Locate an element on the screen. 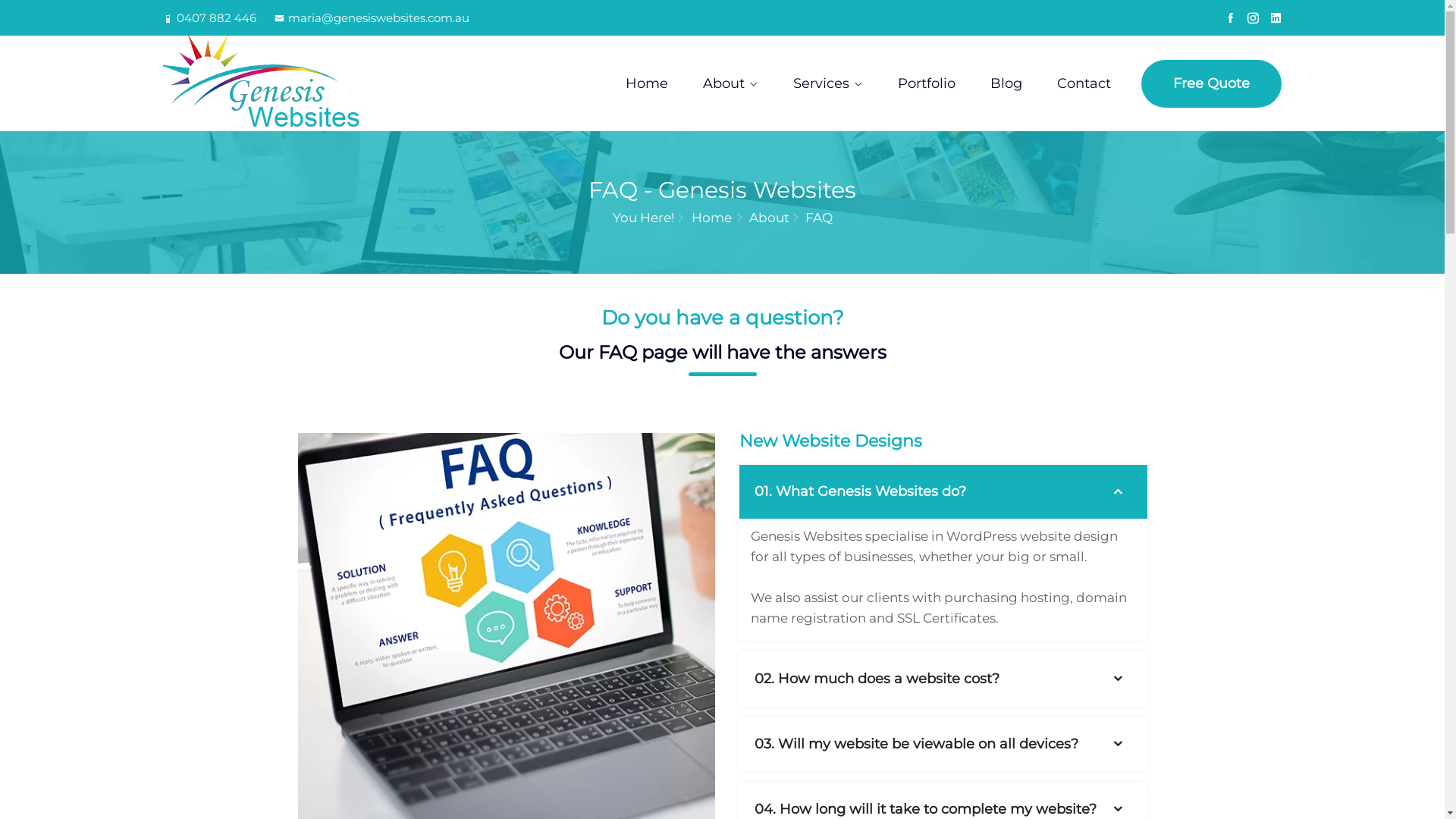  'Free Quote' is located at coordinates (1210, 83).